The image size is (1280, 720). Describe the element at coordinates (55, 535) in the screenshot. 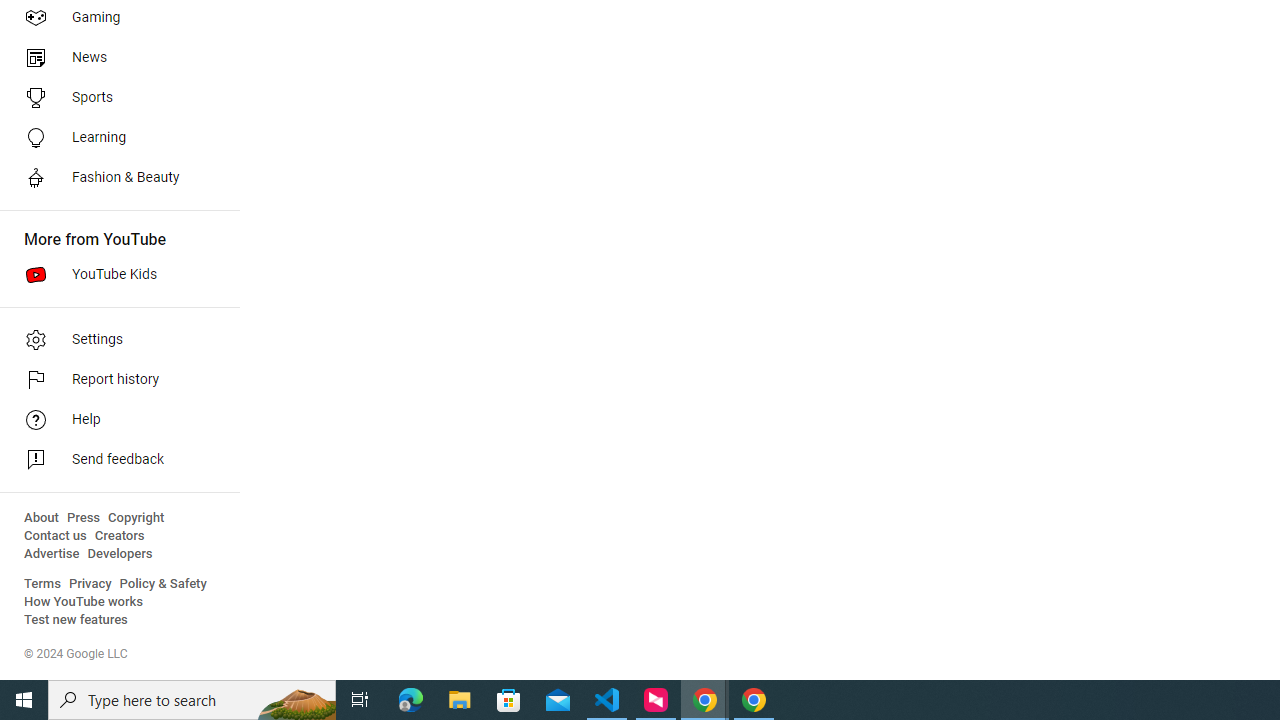

I see `'Contact us'` at that location.